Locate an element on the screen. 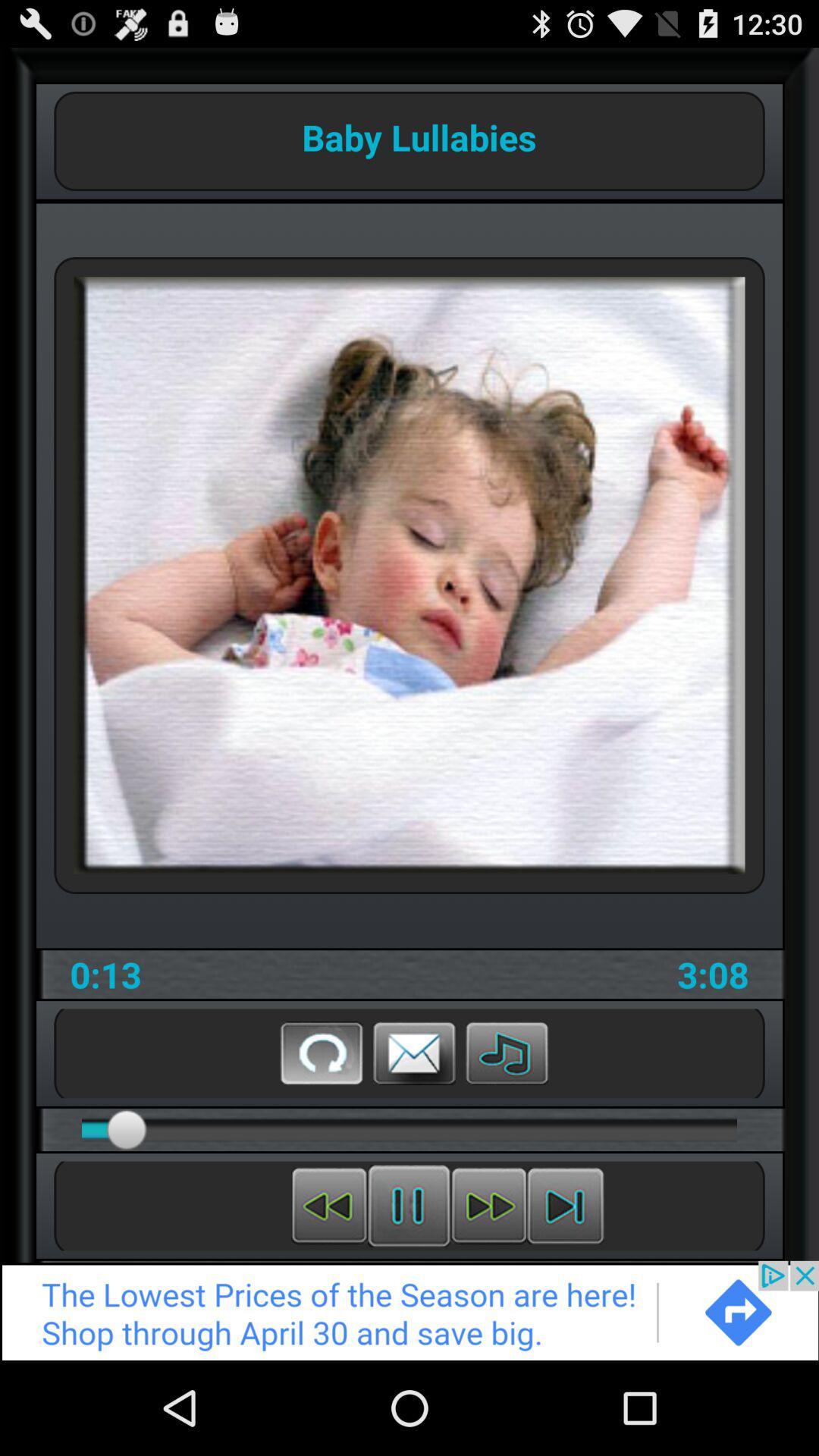 The width and height of the screenshot is (819, 1456). pause button is located at coordinates (408, 1205).